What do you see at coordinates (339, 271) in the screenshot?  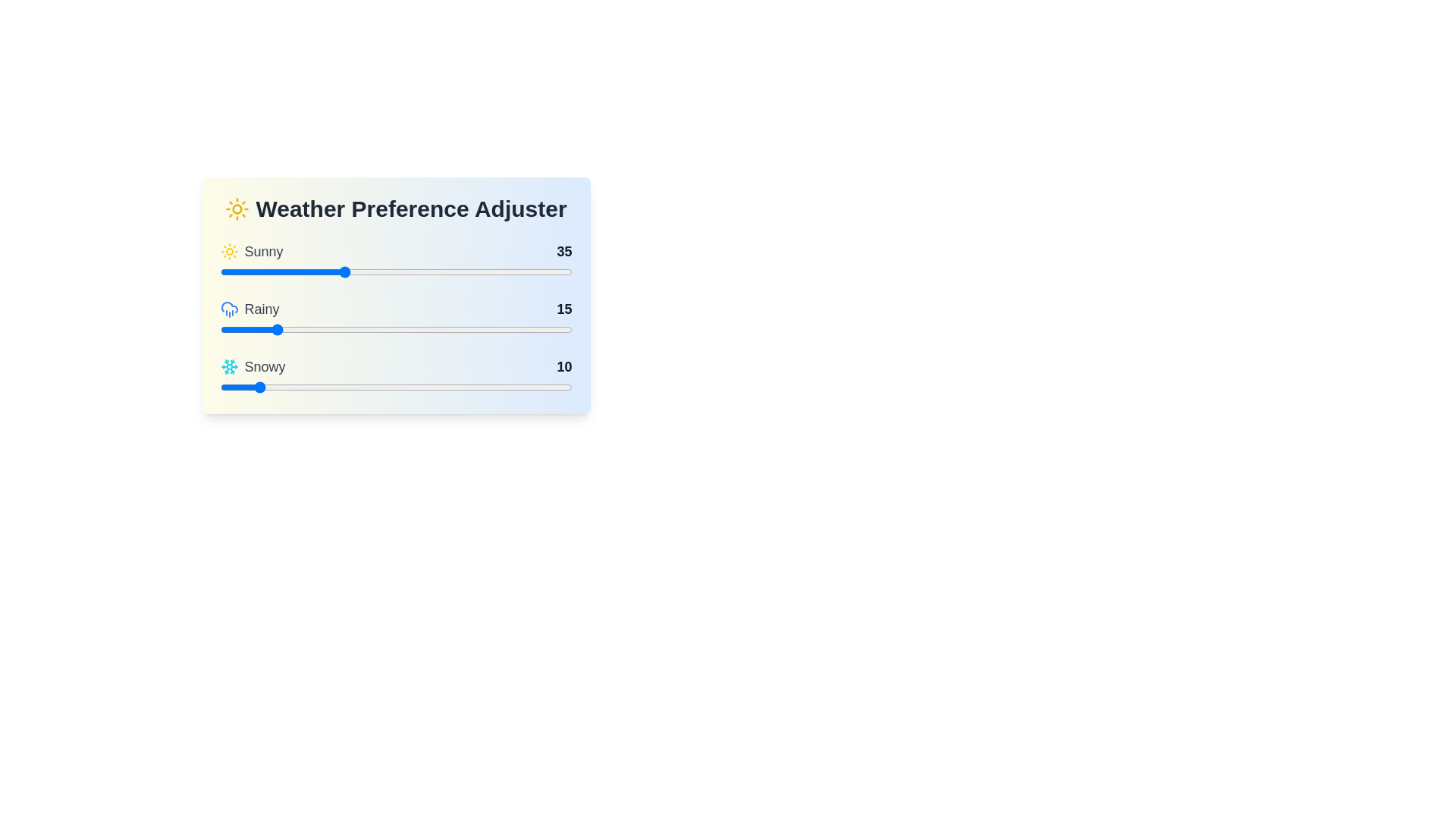 I see `the 'Sunny' slider to the specified value 34` at bounding box center [339, 271].